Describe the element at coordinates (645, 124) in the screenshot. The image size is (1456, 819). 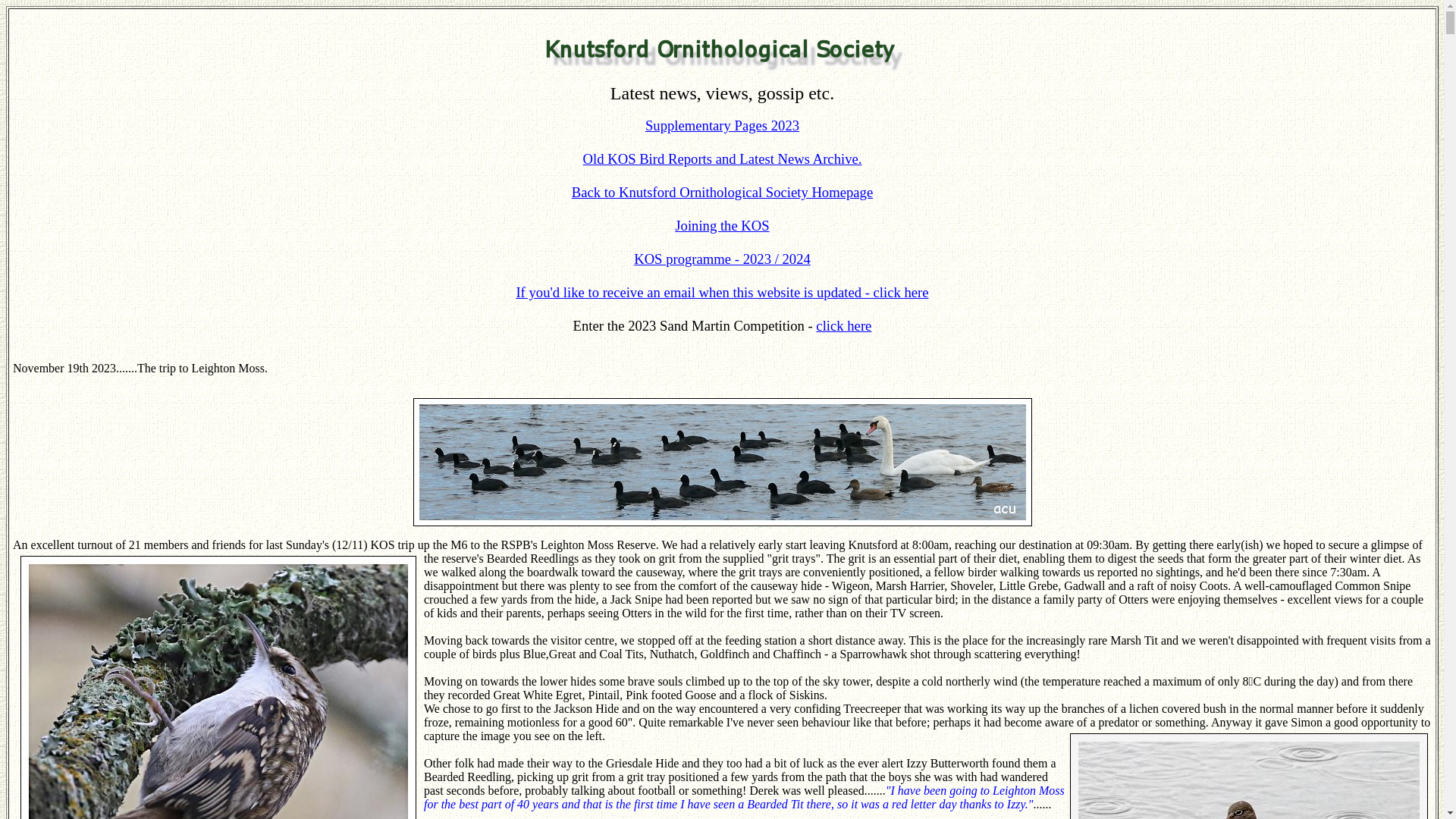
I see `'Supplementary Pages 2023'` at that location.